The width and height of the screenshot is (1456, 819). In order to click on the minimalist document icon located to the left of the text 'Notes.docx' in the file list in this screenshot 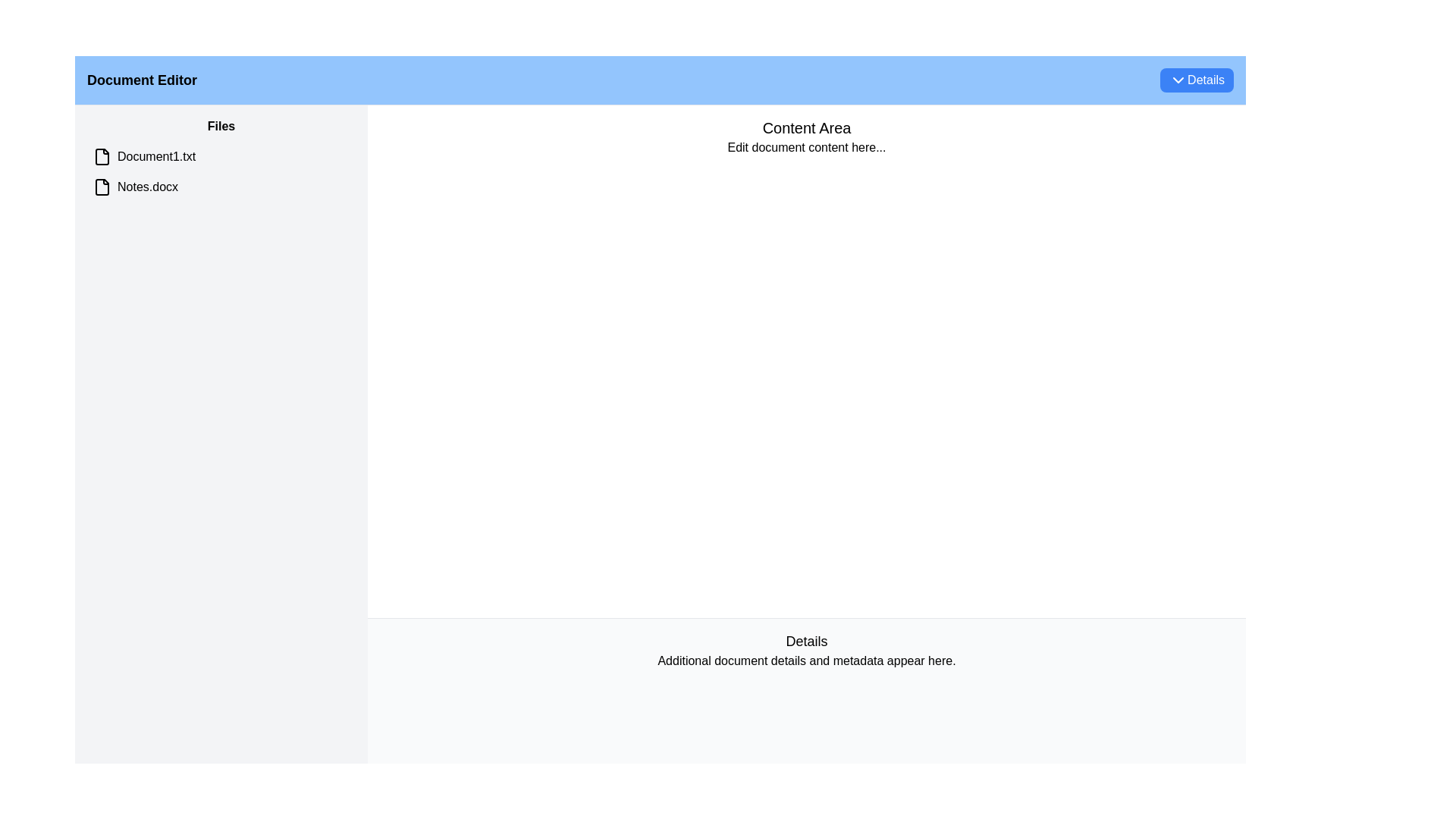, I will do `click(101, 186)`.